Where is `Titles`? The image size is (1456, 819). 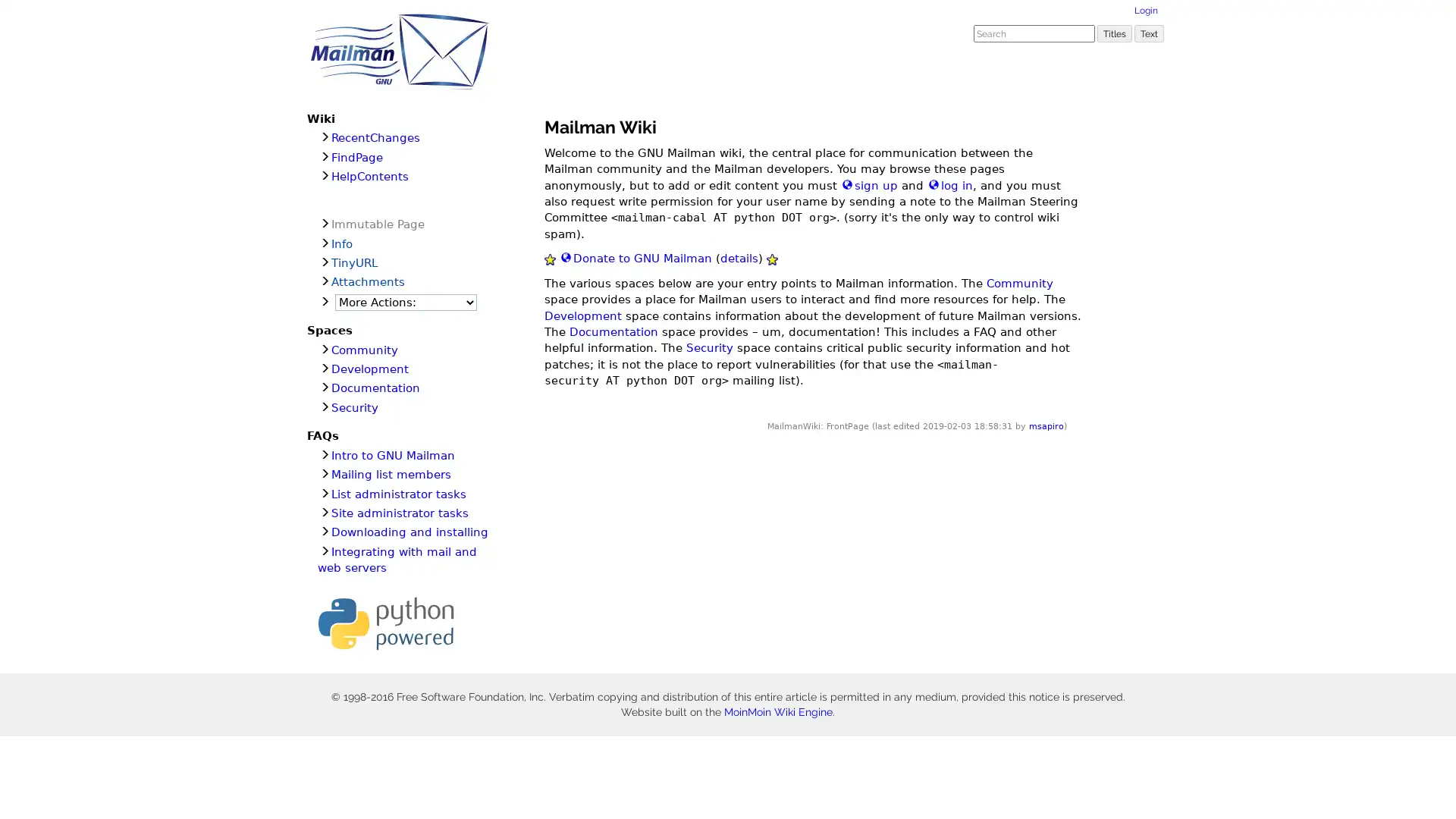
Titles is located at coordinates (1114, 33).